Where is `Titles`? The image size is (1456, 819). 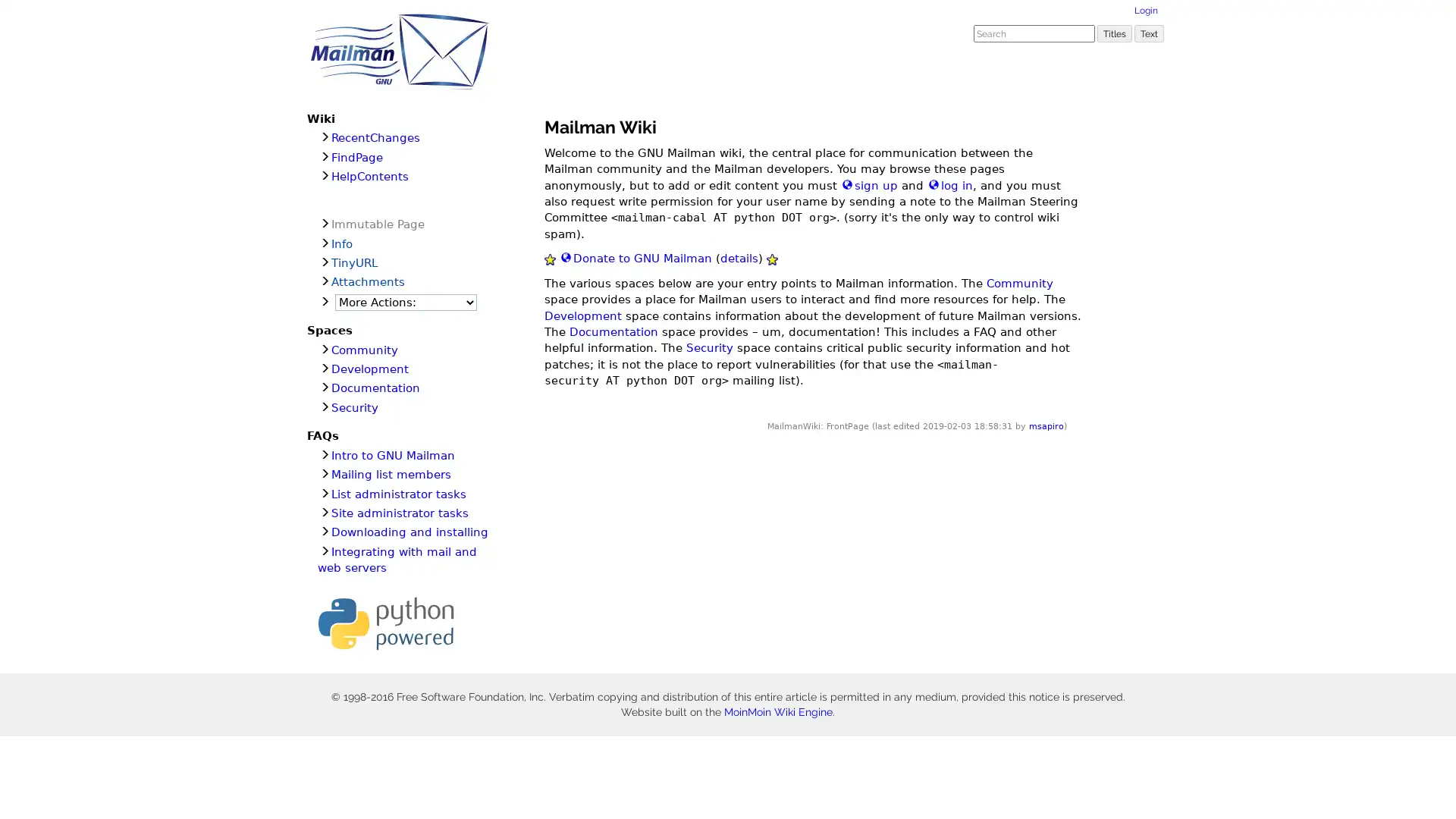
Titles is located at coordinates (1114, 33).